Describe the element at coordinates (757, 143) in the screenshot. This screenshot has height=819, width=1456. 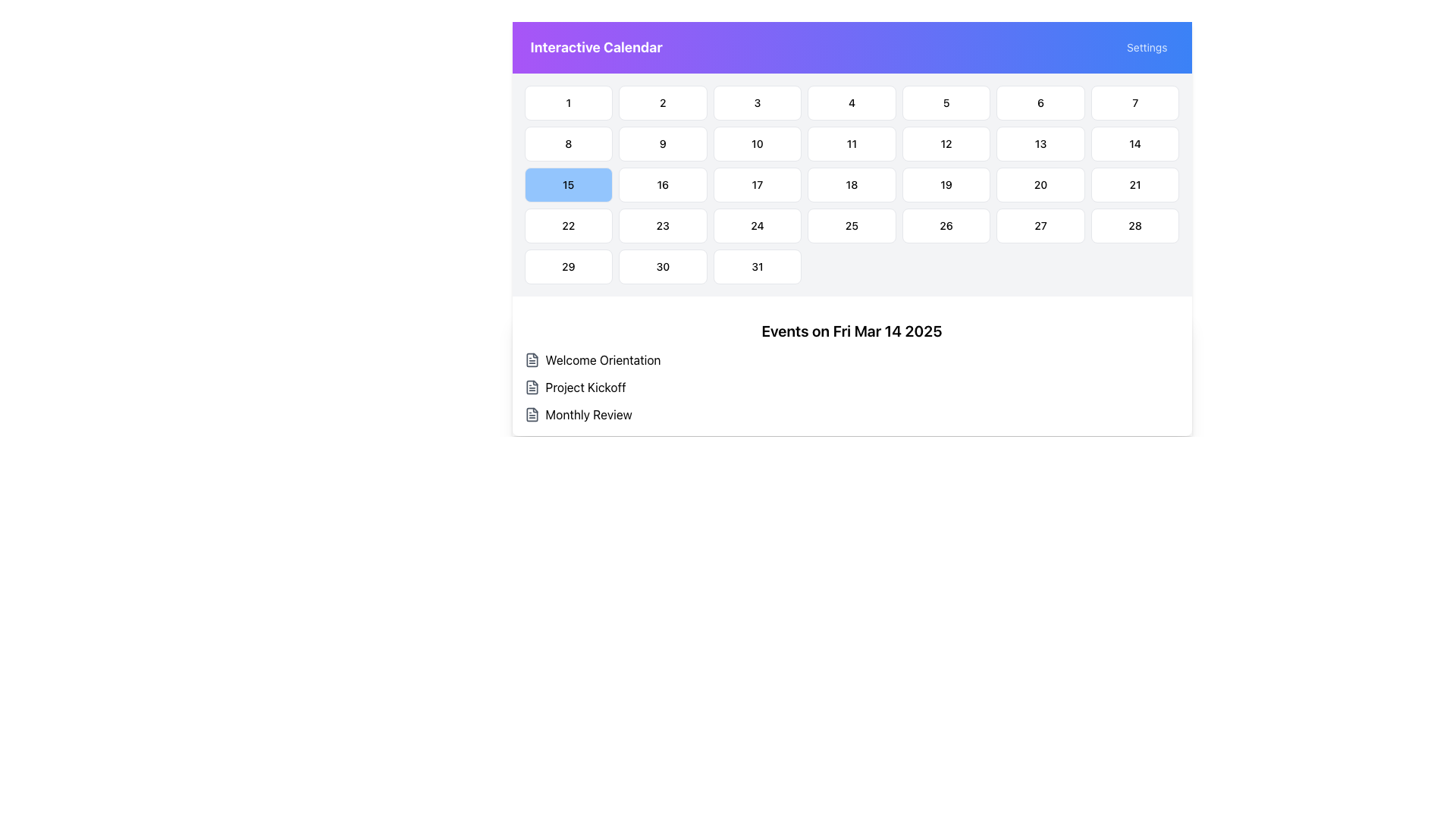
I see `the button representing the date '10' in the second row and third column of the monthly calendar view` at that location.